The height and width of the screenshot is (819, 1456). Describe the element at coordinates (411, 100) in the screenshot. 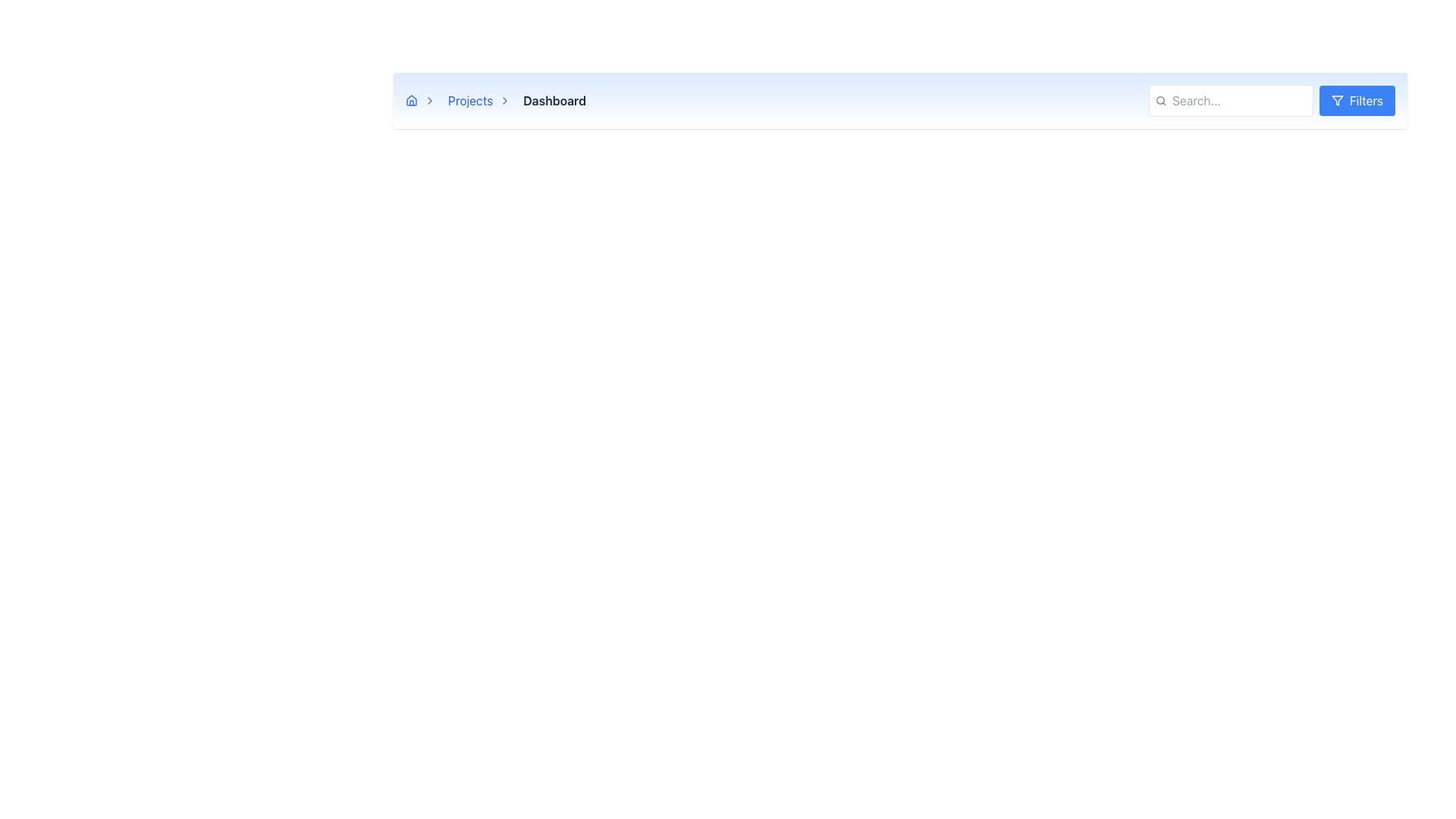

I see `the blue house-shaped icon in the navigation breadcrumb area` at that location.